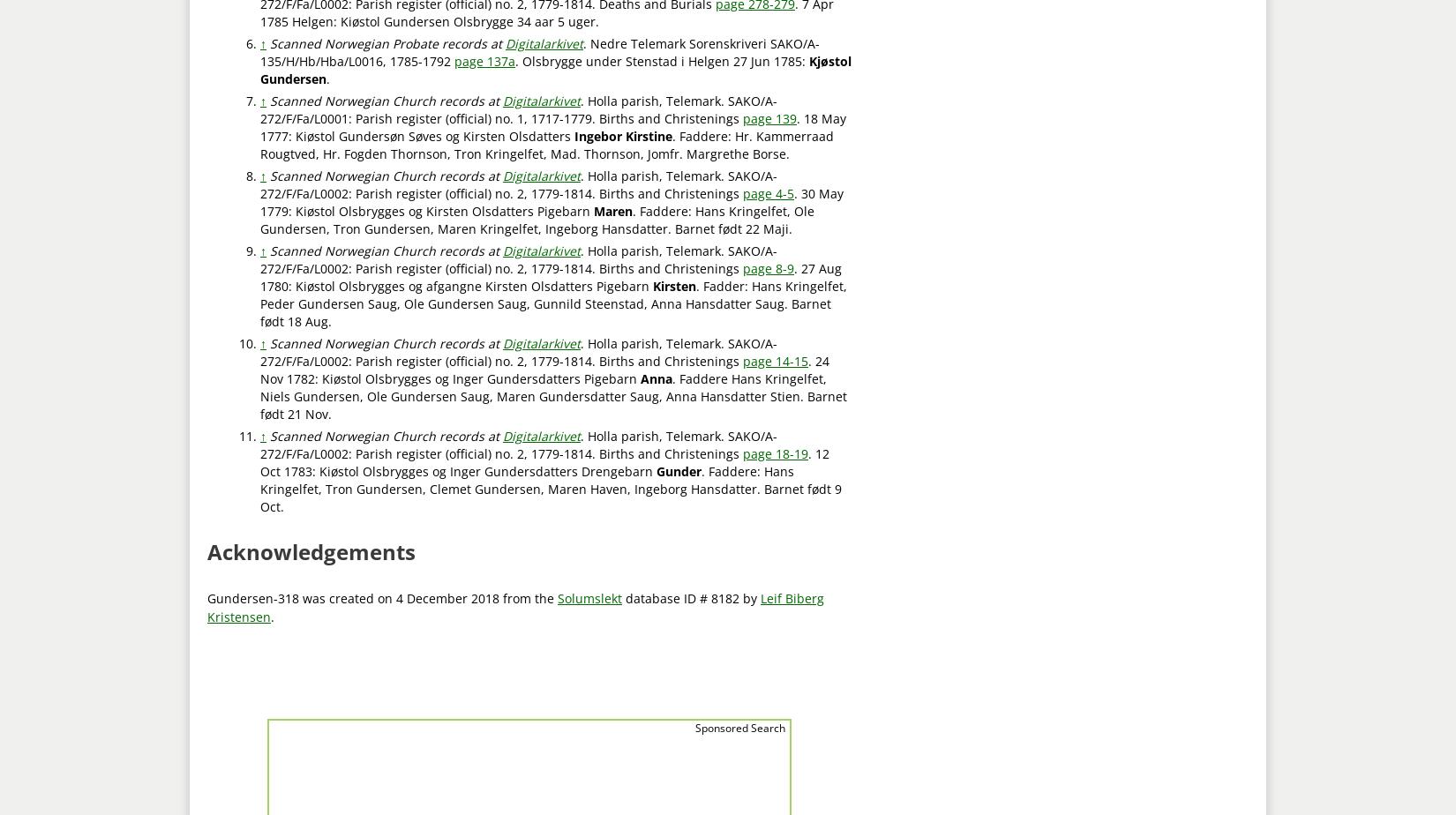 This screenshot has height=815, width=1456. What do you see at coordinates (546, 144) in the screenshot?
I see `'. Faddere: Hr. Kammerraad Rougtved, Hr. Fogden Thornson, Tron Kringelfet, Mad. Thornson, Jomfr. Margrethe Borse.'` at bounding box center [546, 144].